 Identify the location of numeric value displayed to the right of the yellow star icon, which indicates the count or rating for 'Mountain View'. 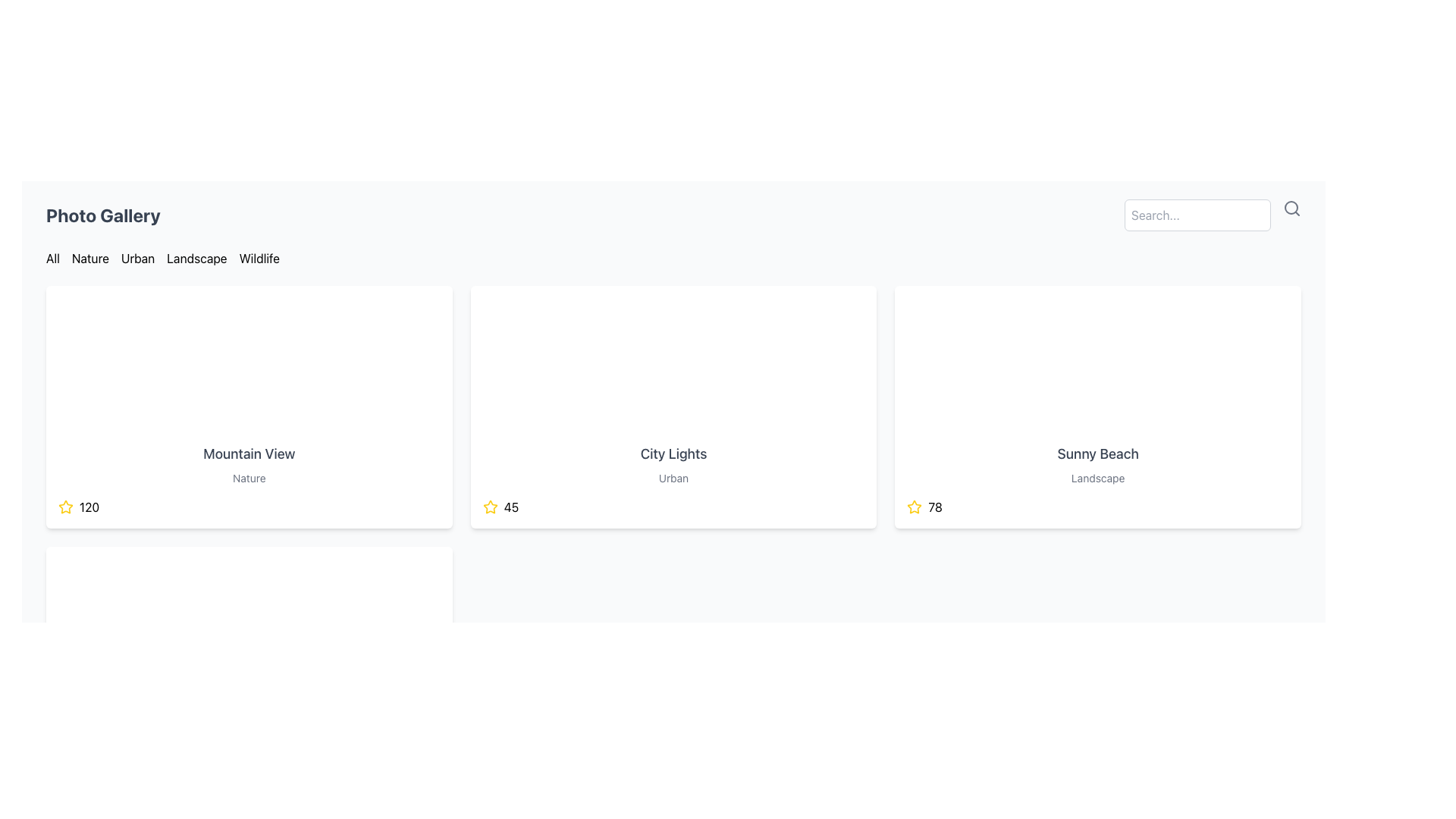
(89, 507).